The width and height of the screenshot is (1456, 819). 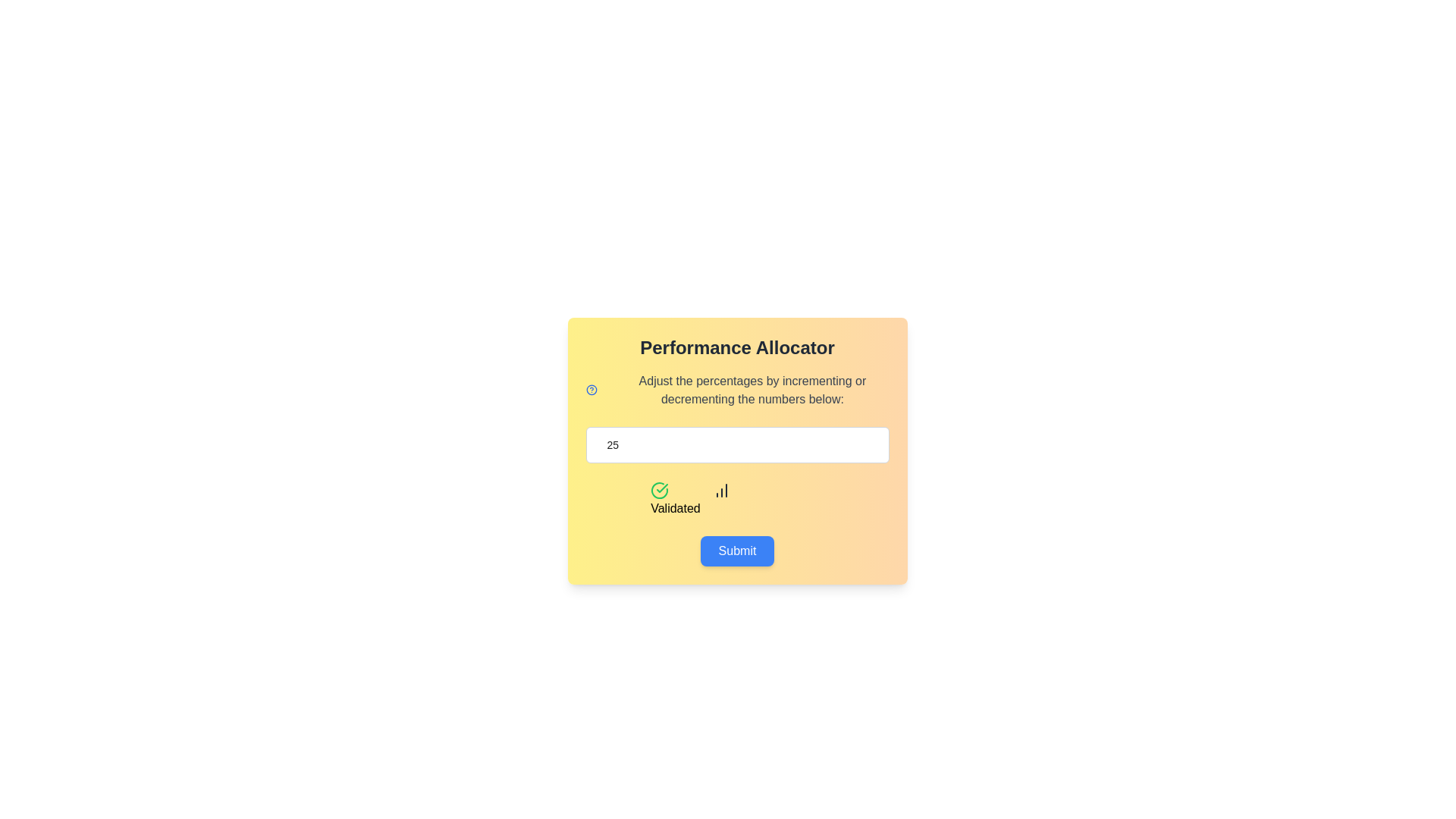 What do you see at coordinates (674, 500) in the screenshot?
I see `the status display label with an icon on the leftmost column` at bounding box center [674, 500].